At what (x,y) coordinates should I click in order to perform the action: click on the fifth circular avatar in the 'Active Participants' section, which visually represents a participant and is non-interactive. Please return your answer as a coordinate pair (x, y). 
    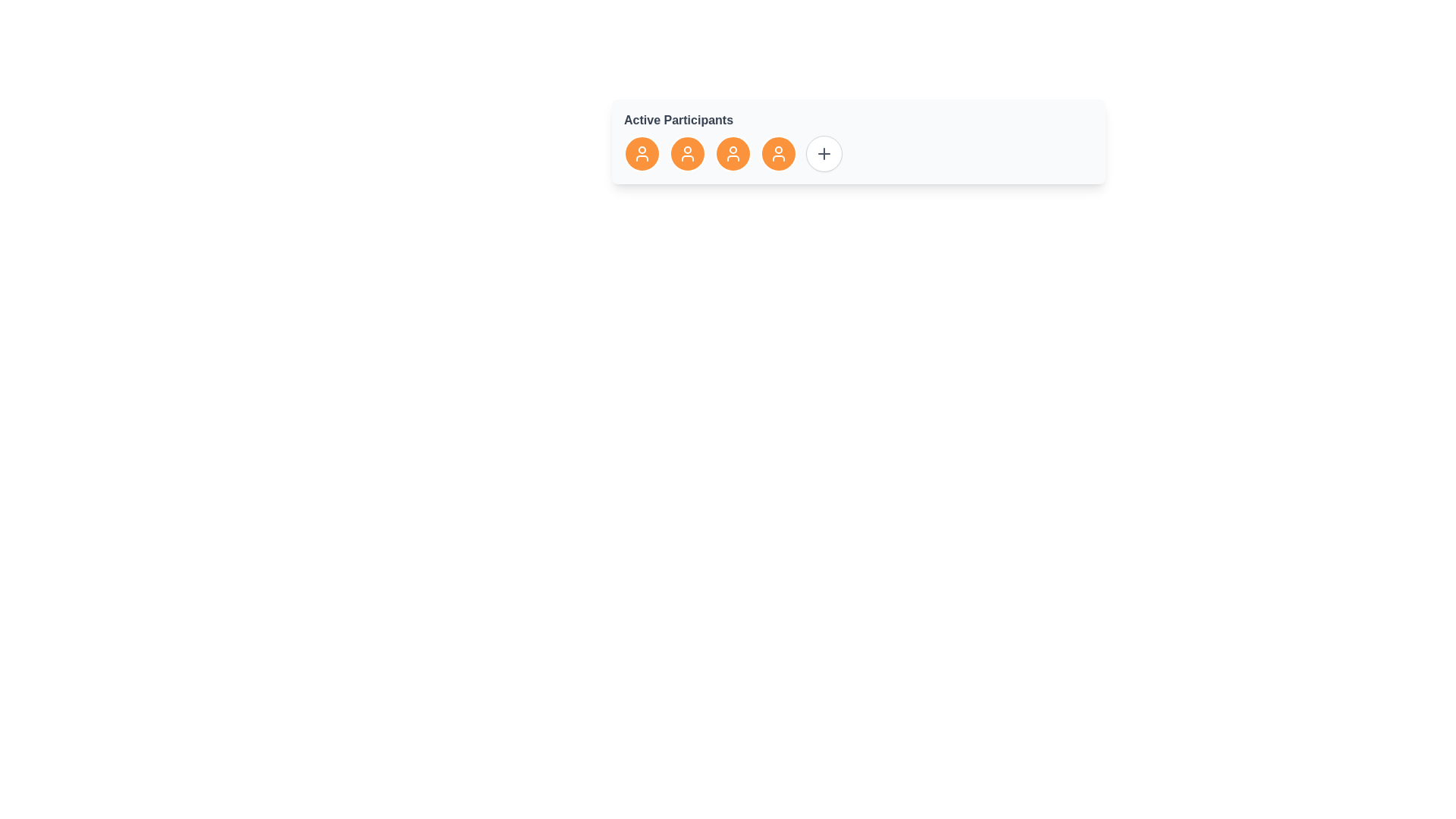
    Looking at the image, I should click on (779, 154).